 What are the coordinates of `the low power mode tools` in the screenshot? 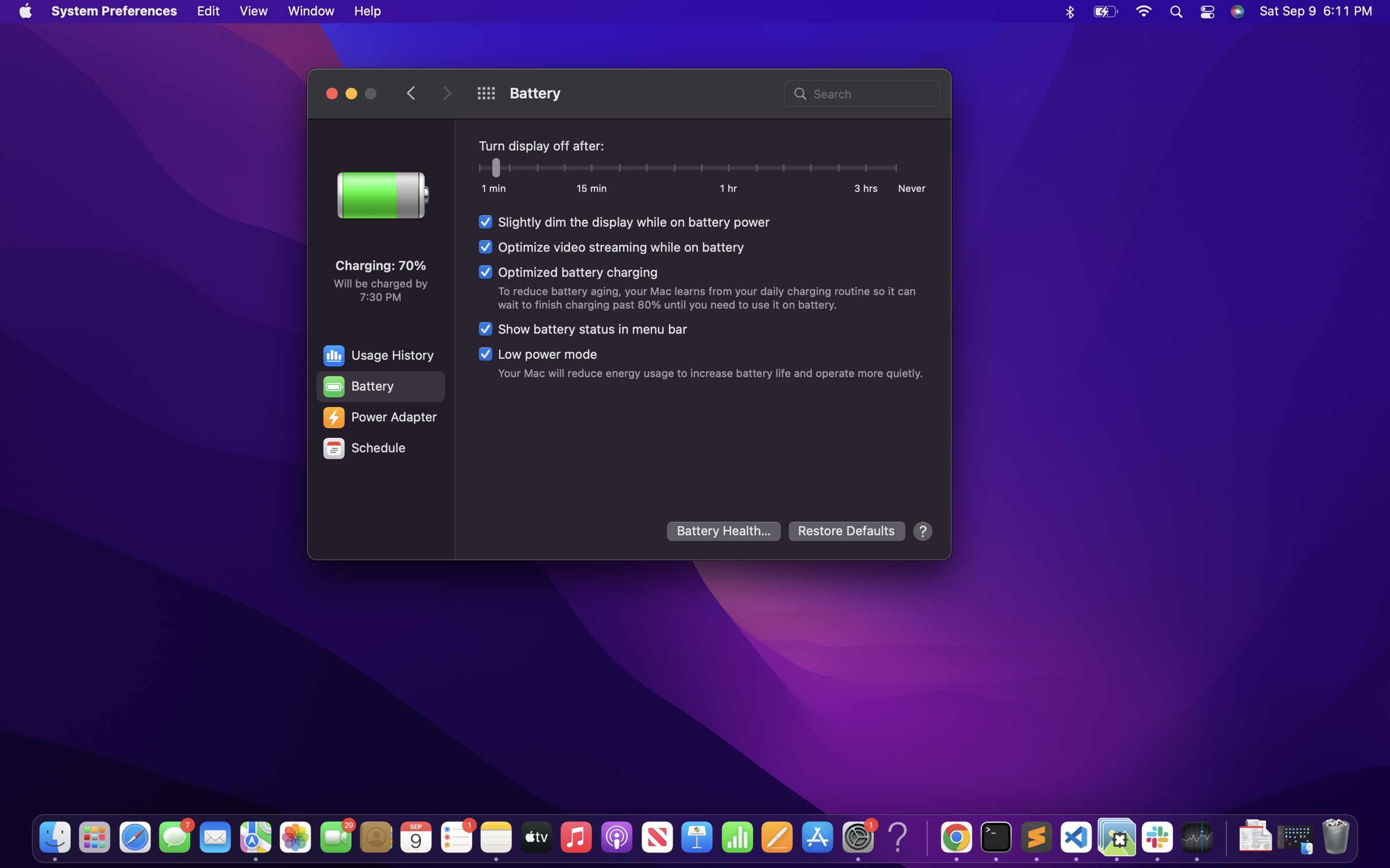 It's located at (538, 353).